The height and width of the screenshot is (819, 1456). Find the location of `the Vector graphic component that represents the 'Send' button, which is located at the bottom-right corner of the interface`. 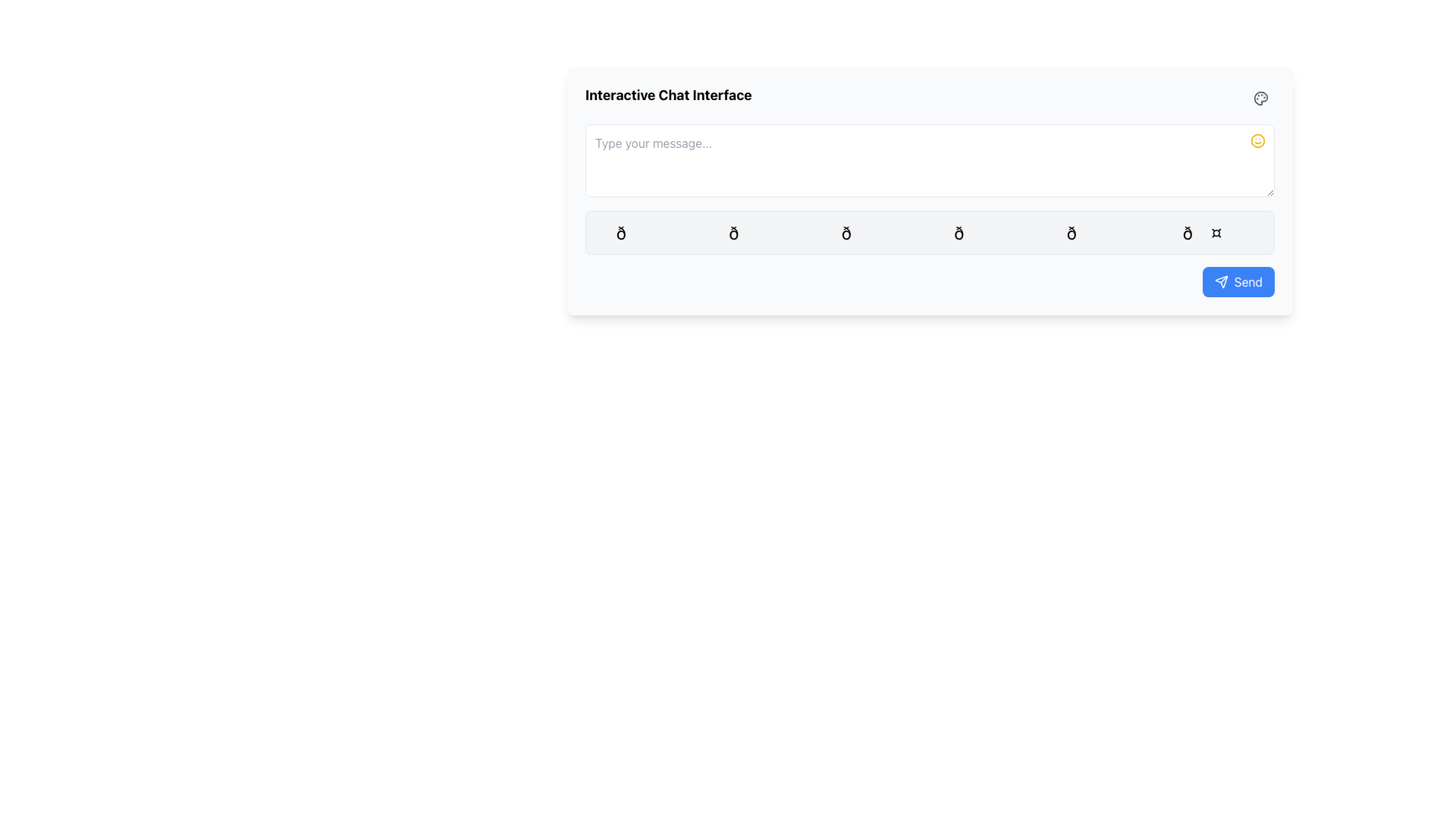

the Vector graphic component that represents the 'Send' button, which is located at the bottom-right corner of the interface is located at coordinates (1220, 281).